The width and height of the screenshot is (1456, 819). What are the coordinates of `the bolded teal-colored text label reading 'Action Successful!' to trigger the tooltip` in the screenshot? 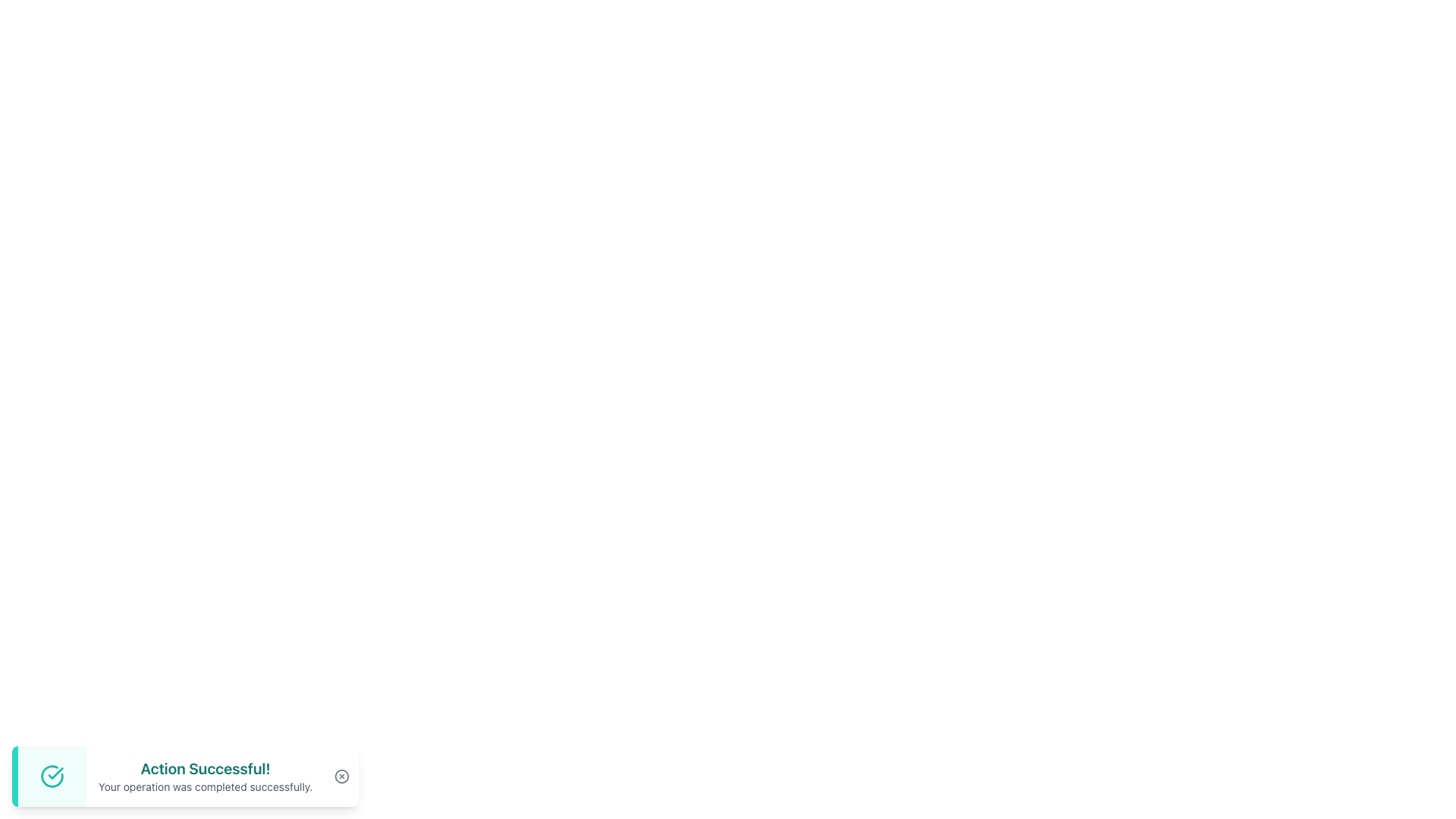 It's located at (205, 769).